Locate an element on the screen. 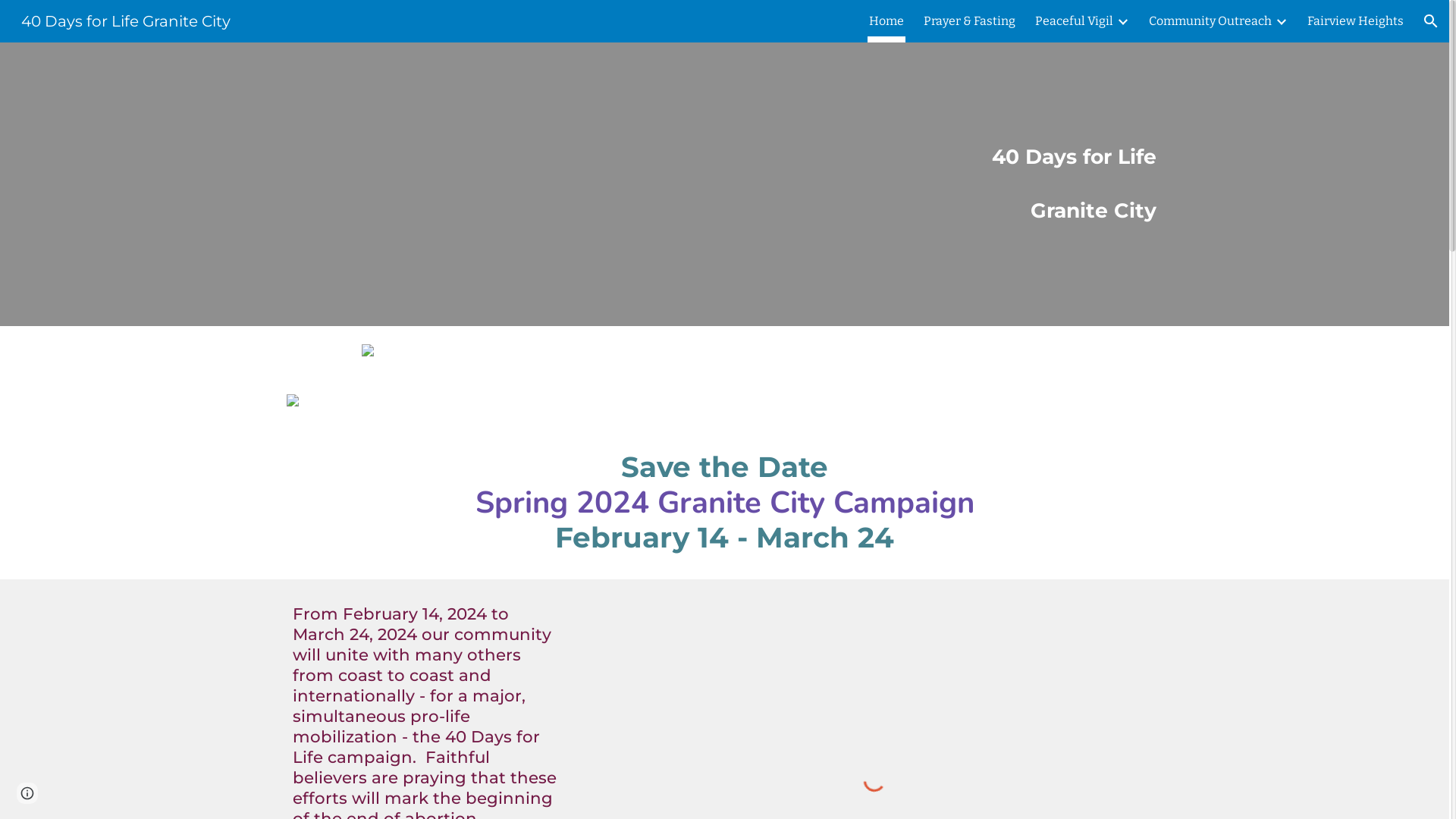 Image resolution: width=1456 pixels, height=819 pixels. 'Expand/Collapse' is located at coordinates (1122, 20).